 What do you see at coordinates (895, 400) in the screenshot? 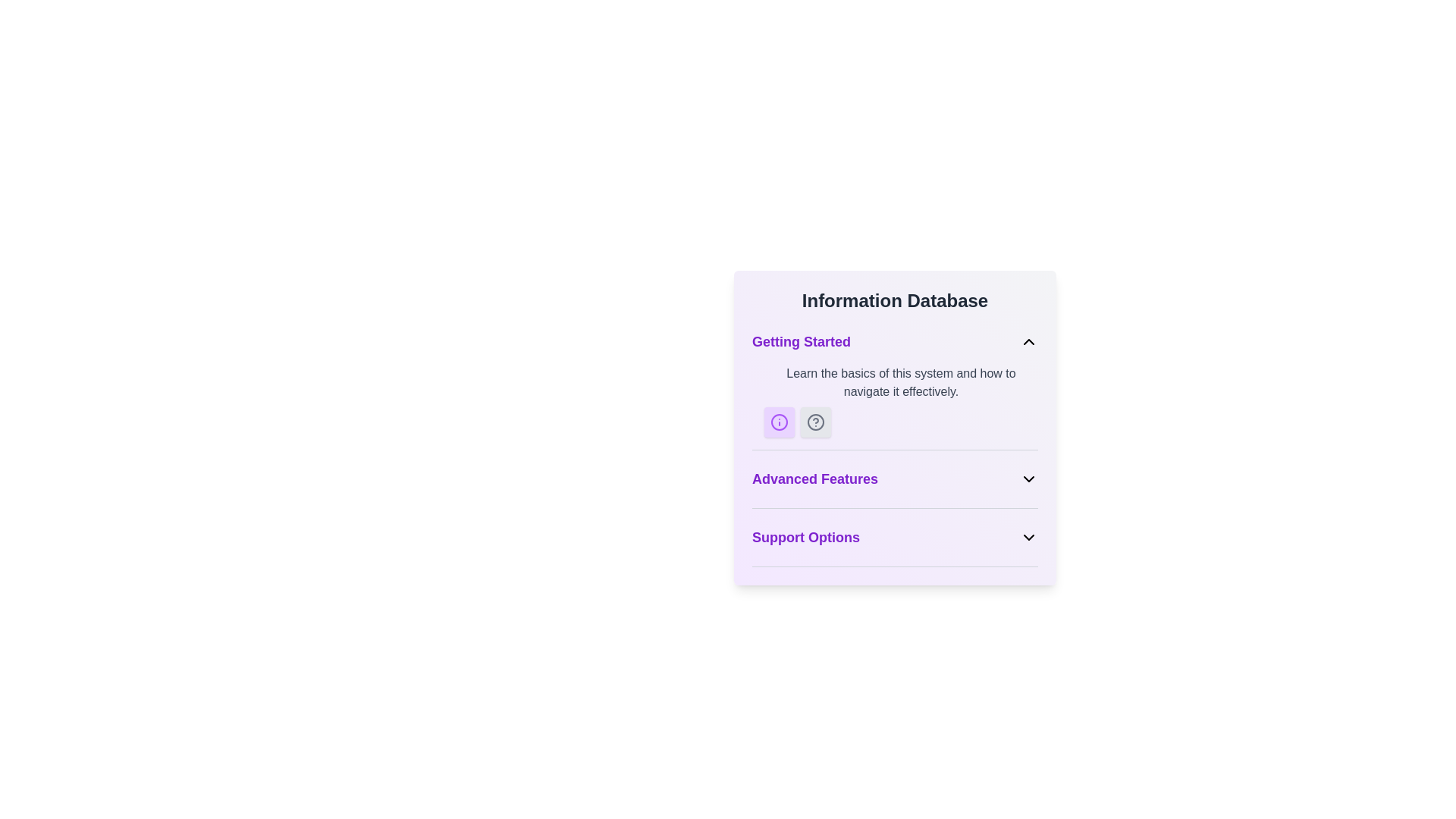
I see `the informational text that reads 'Learn the basics of this system and how to navigate it effectively.' or the accompanying icons` at bounding box center [895, 400].